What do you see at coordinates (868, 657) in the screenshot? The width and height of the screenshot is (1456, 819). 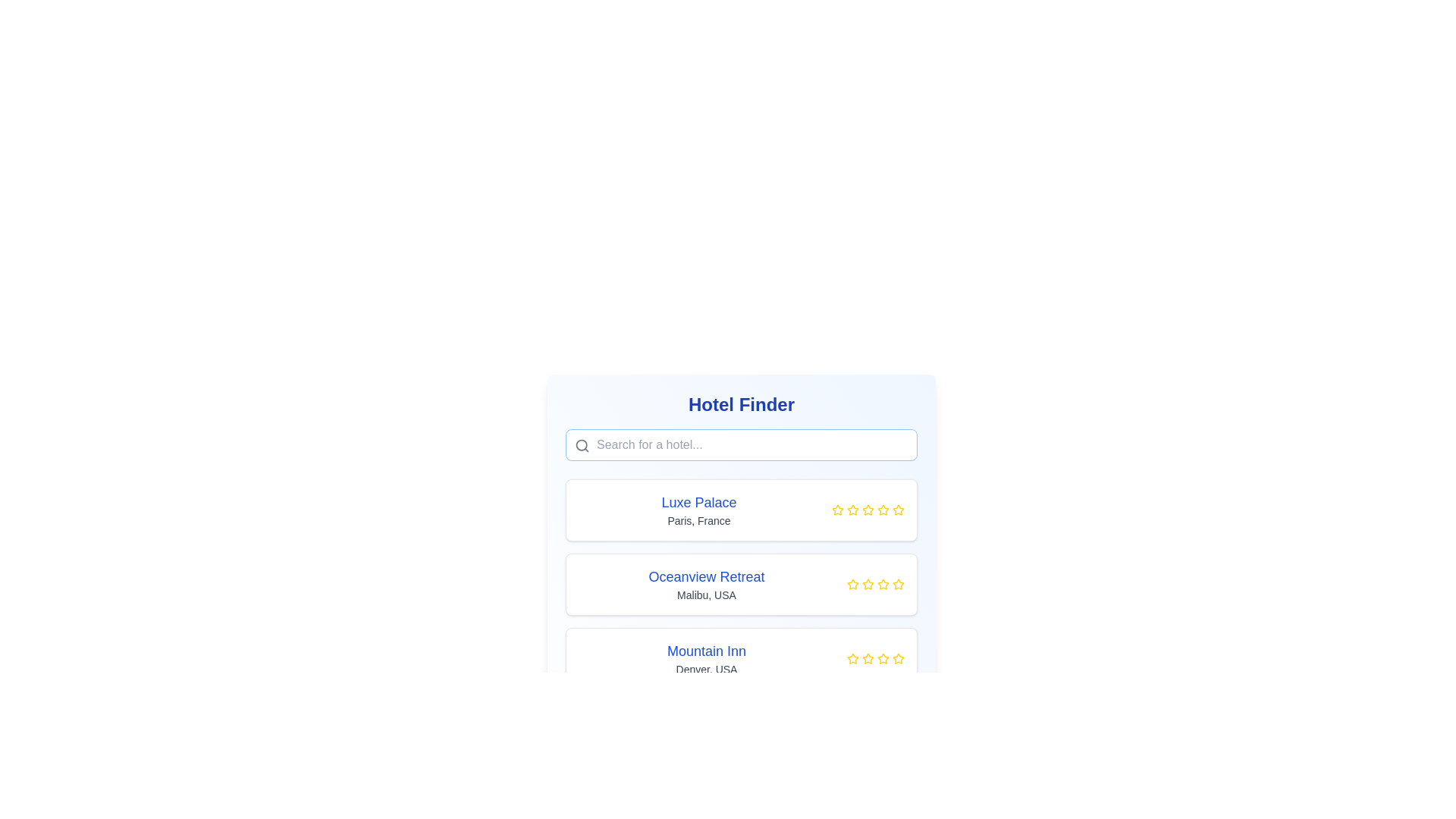 I see `the yellow star icon, which is the third icon` at bounding box center [868, 657].